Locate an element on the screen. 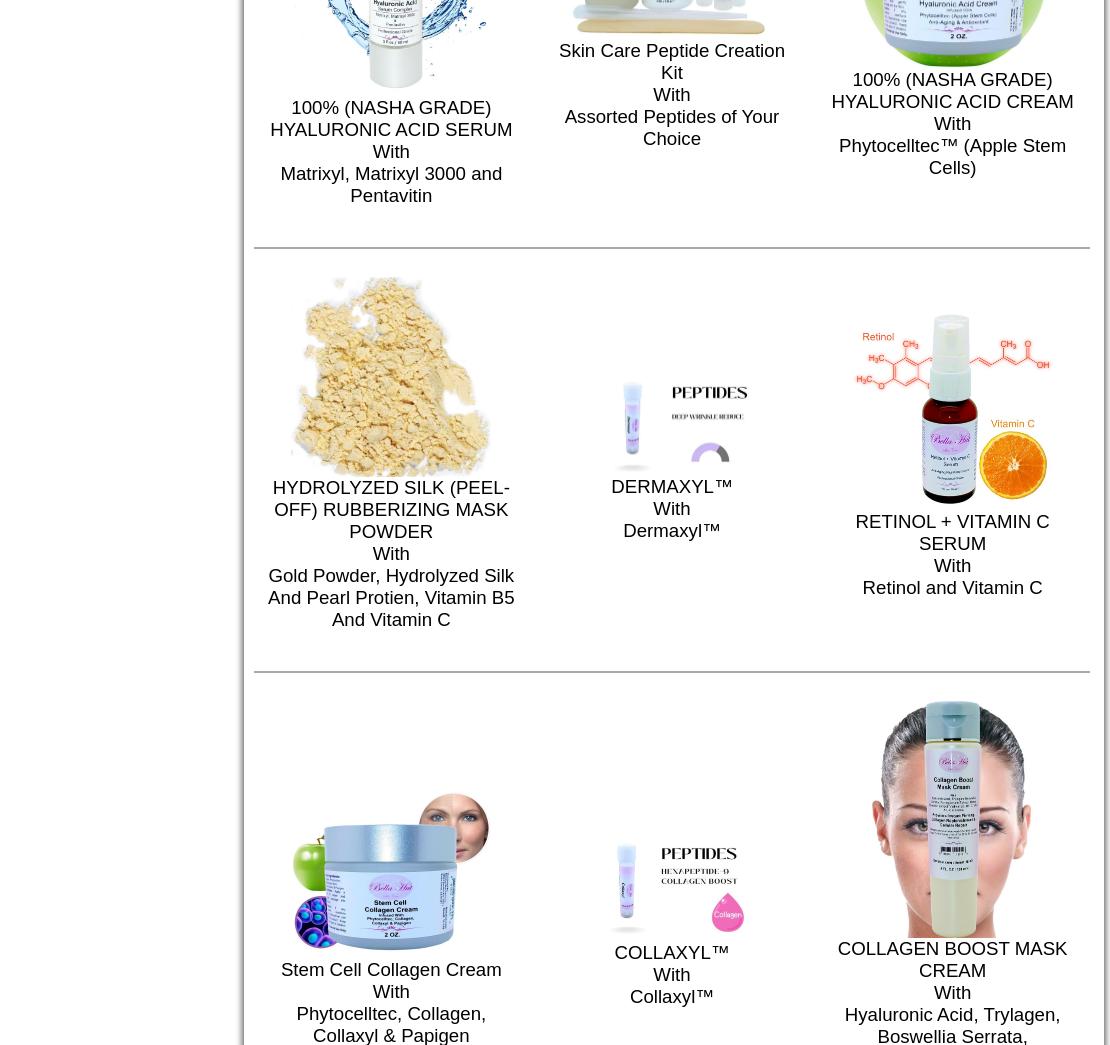 Image resolution: width=1110 pixels, height=1045 pixels. 'RETINOL + VITAMIN C SERUM' is located at coordinates (951, 531).